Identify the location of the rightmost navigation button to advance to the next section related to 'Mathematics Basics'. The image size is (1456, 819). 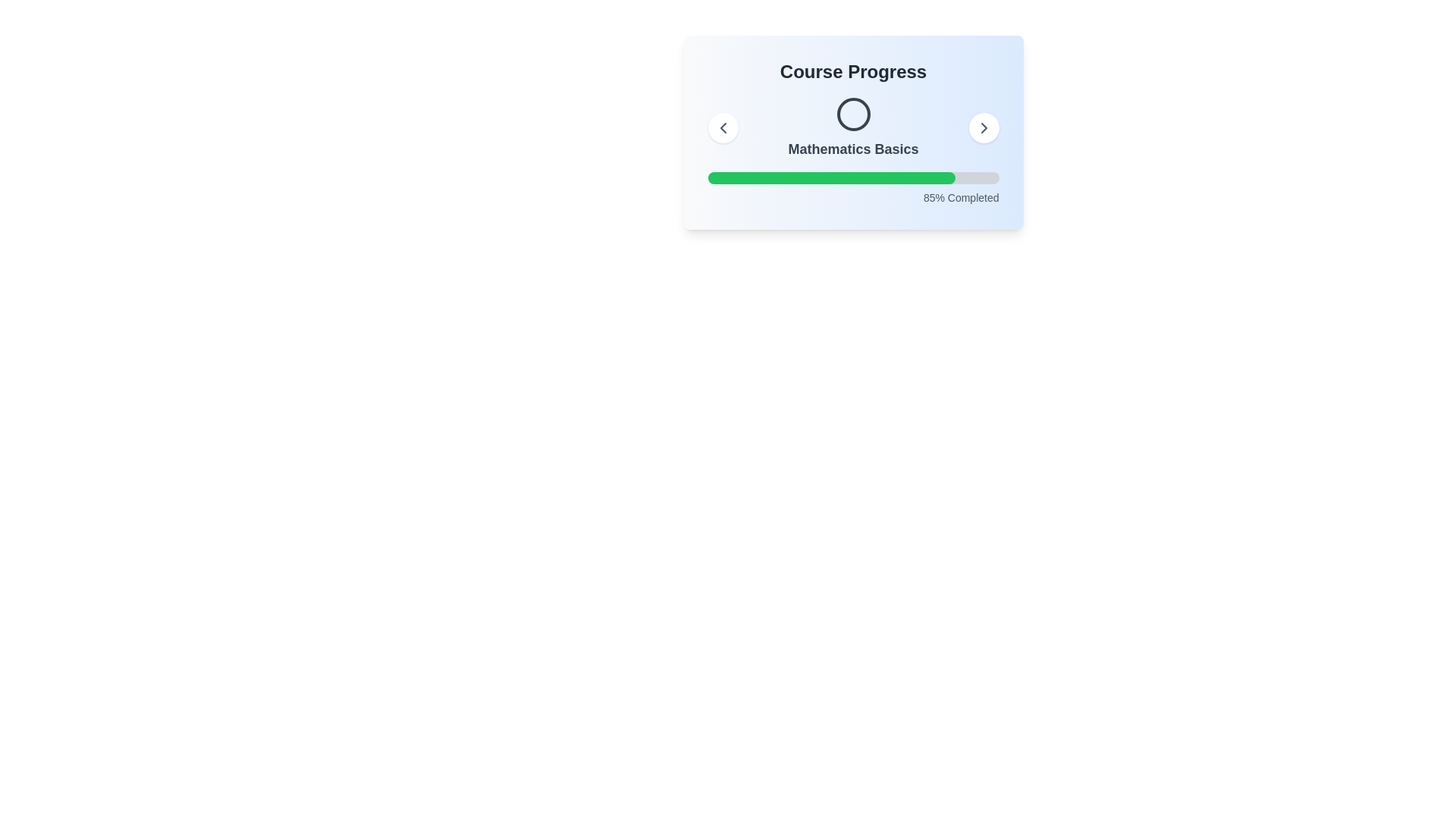
(984, 127).